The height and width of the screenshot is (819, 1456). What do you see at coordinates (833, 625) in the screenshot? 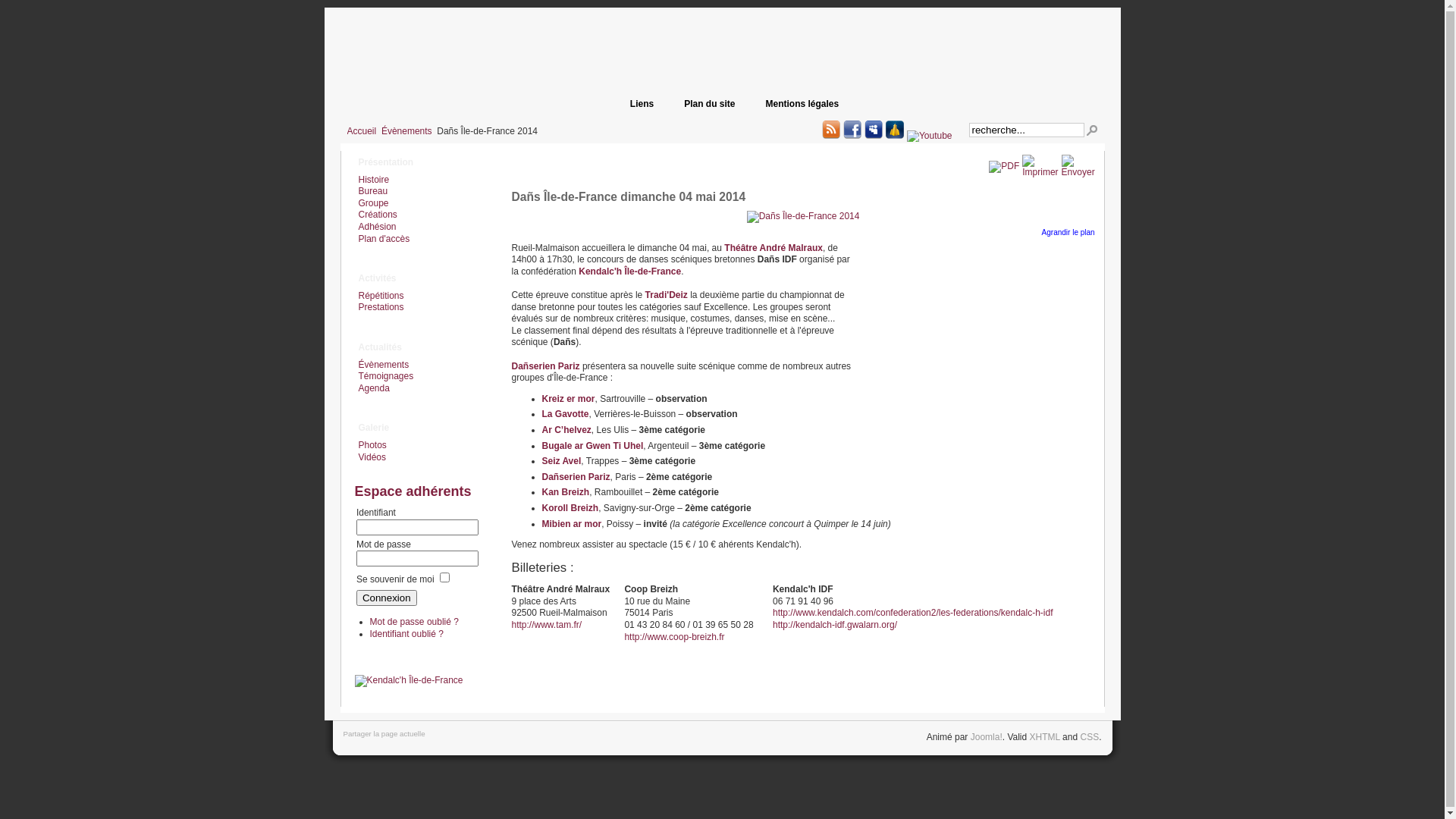
I see `'http://kendalch-idf.gwalarn.org/'` at bounding box center [833, 625].